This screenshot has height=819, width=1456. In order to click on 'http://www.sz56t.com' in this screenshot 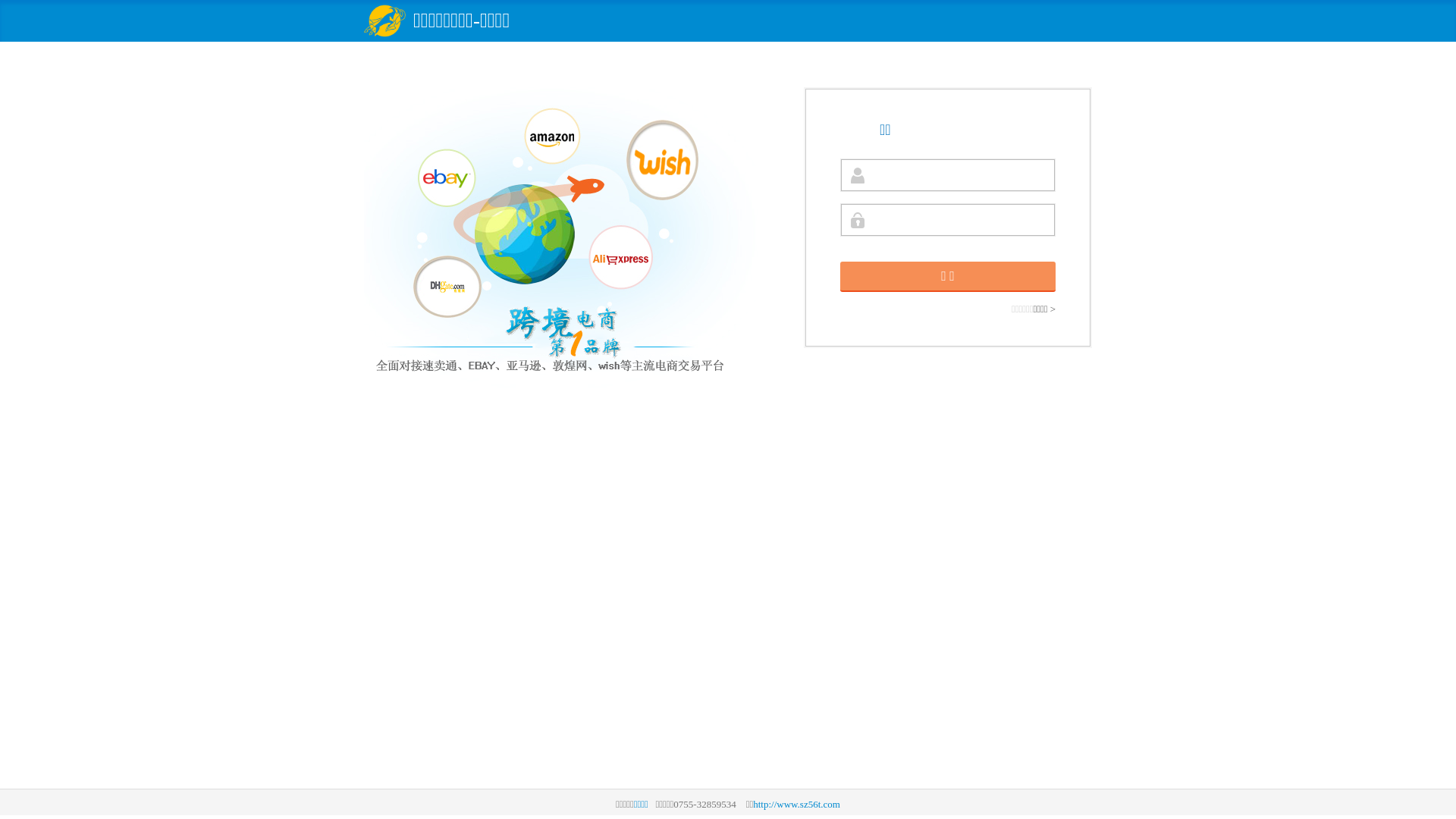, I will do `click(753, 803)`.